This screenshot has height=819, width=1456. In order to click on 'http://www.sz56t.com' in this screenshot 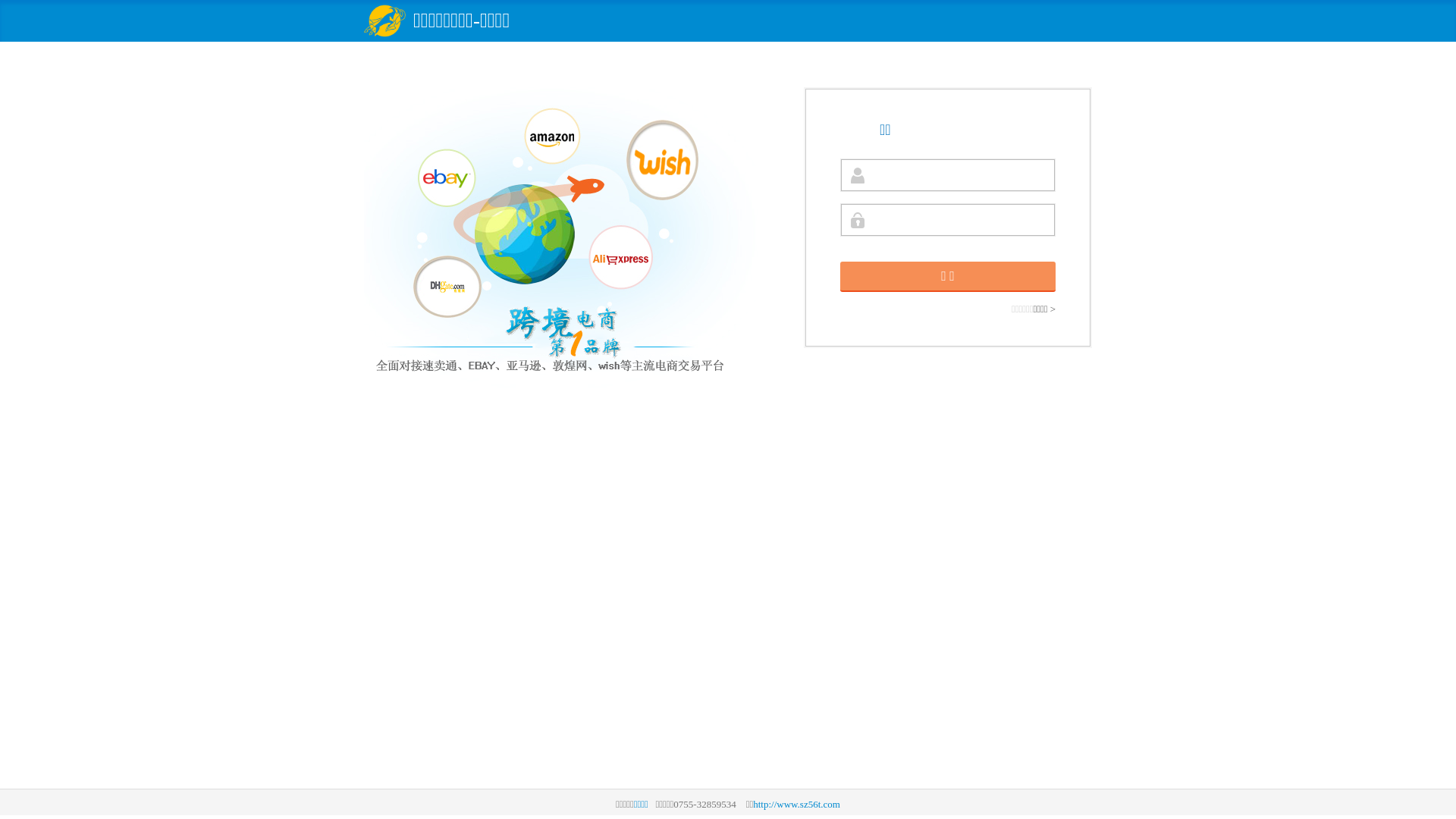, I will do `click(753, 803)`.